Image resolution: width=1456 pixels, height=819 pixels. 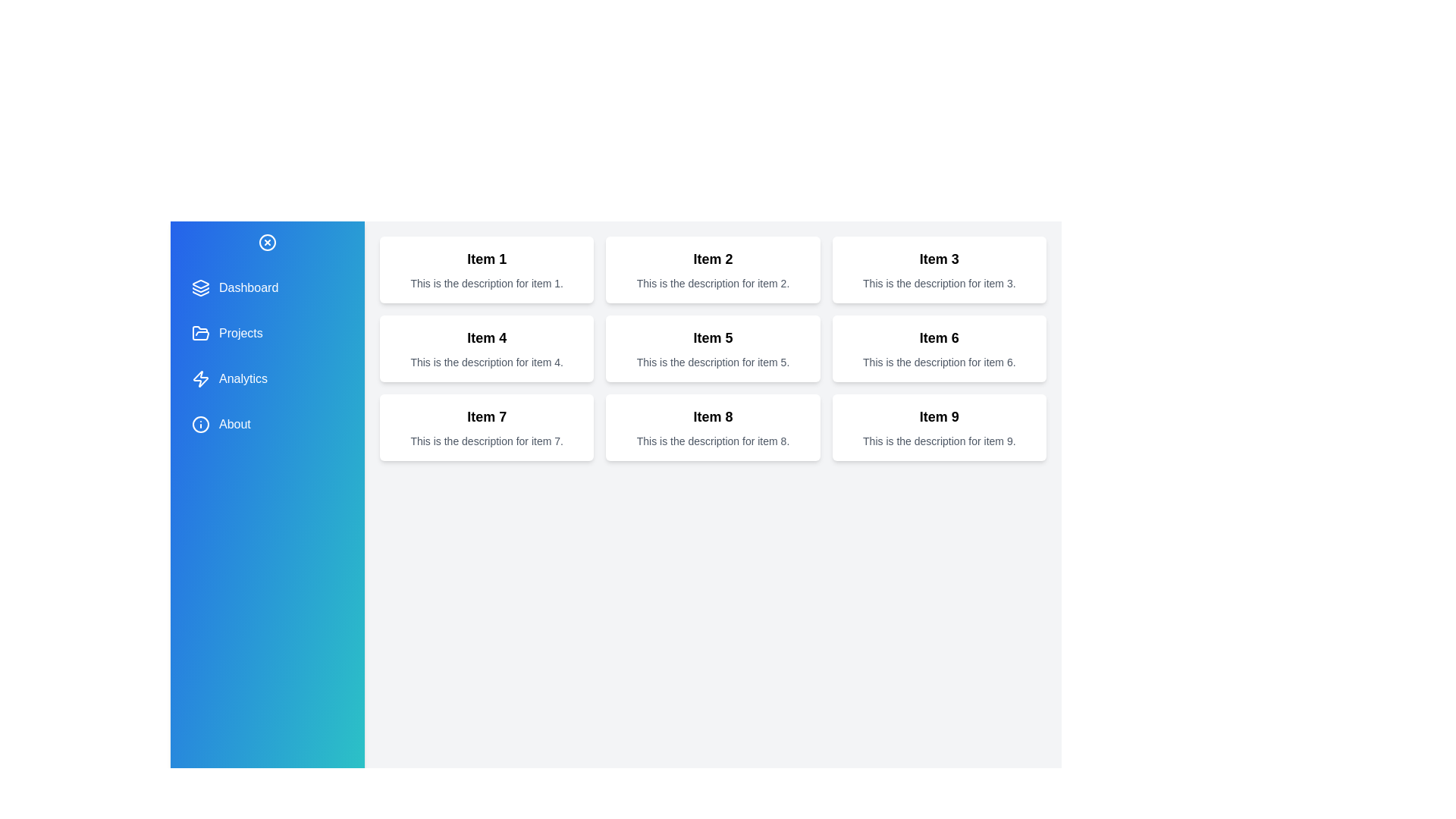 I want to click on the menu item 'Projects' to observe its hover effect, so click(x=268, y=332).